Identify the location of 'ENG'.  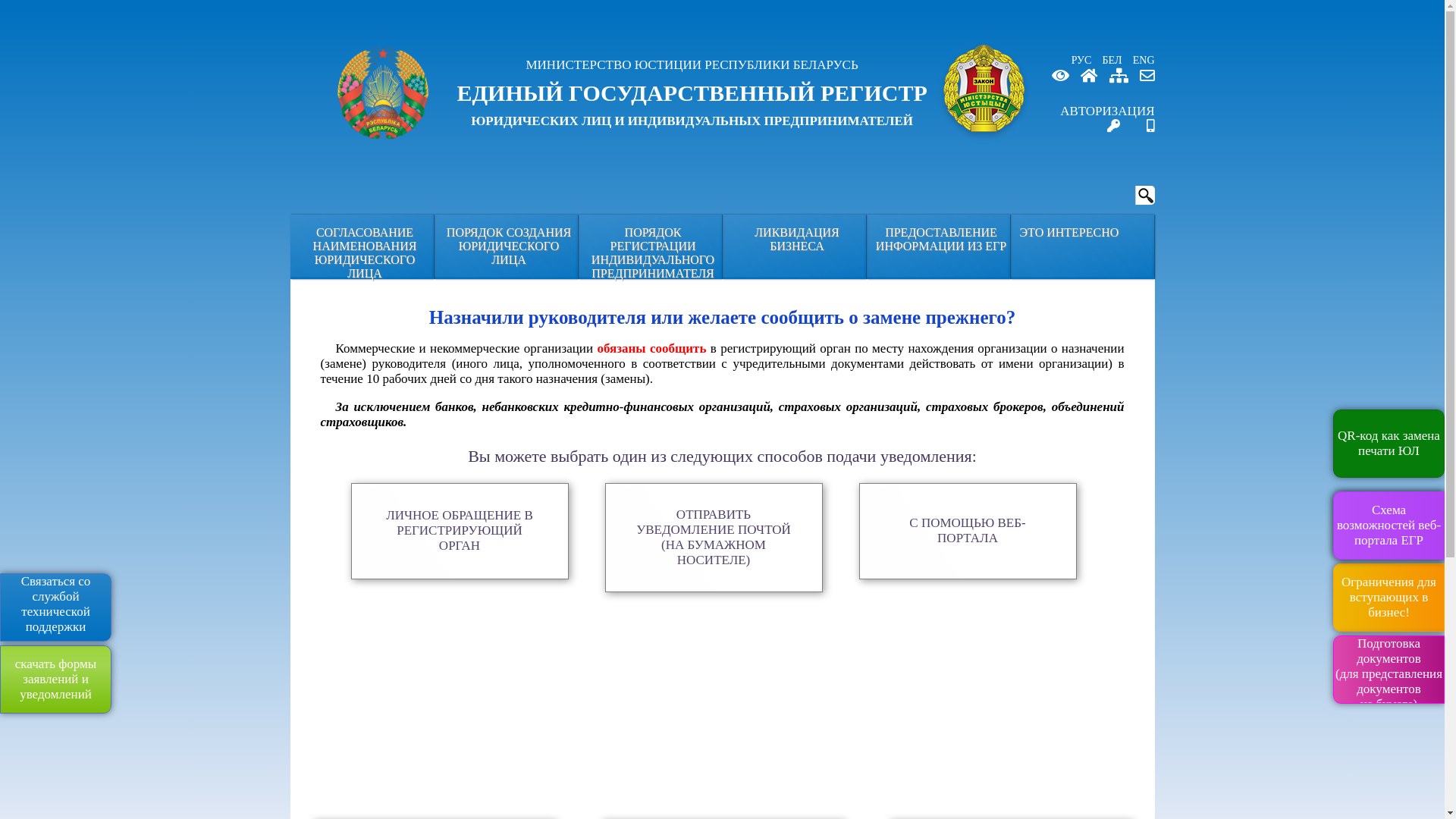
(1140, 59).